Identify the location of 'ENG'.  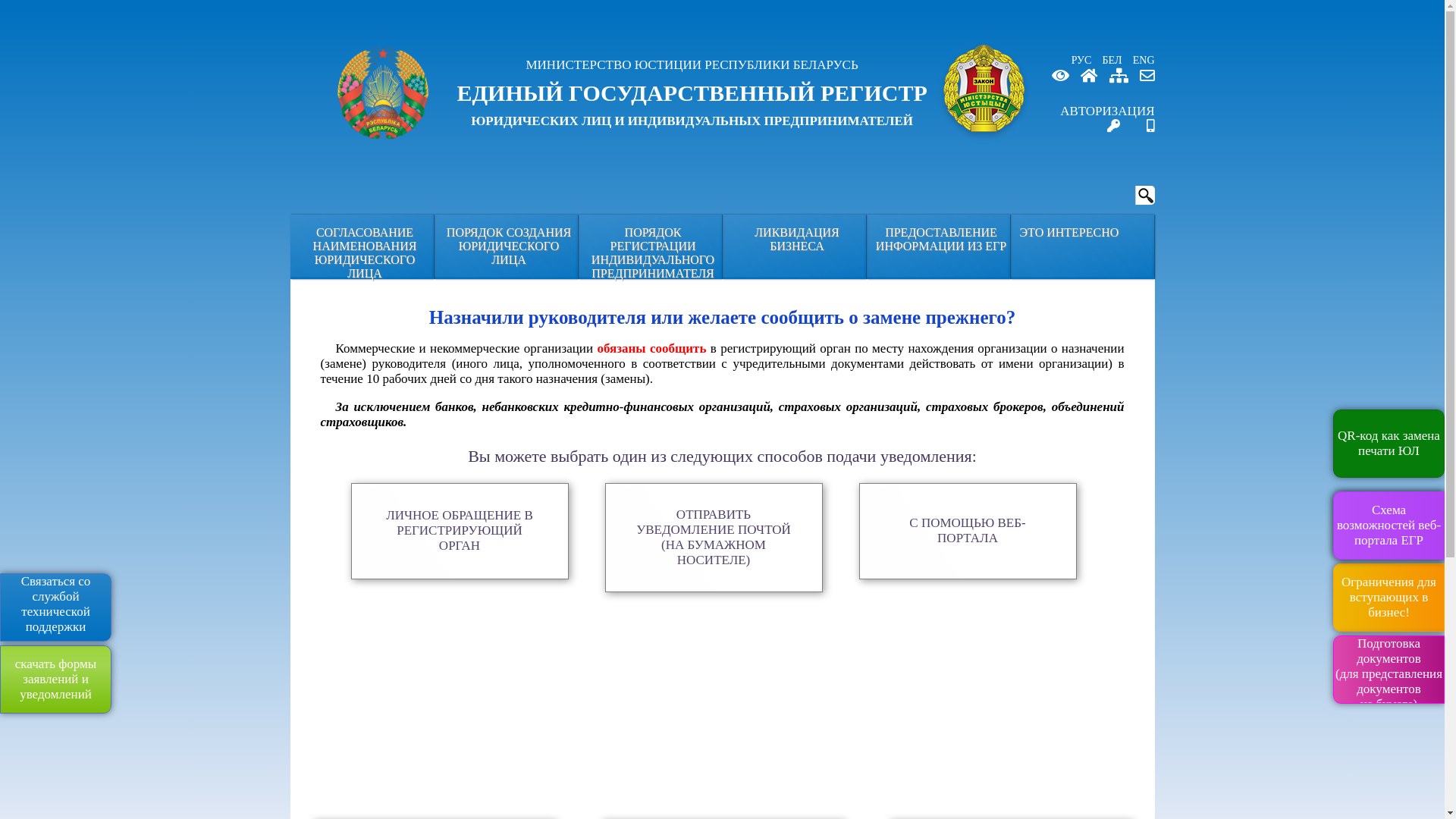
(1140, 59).